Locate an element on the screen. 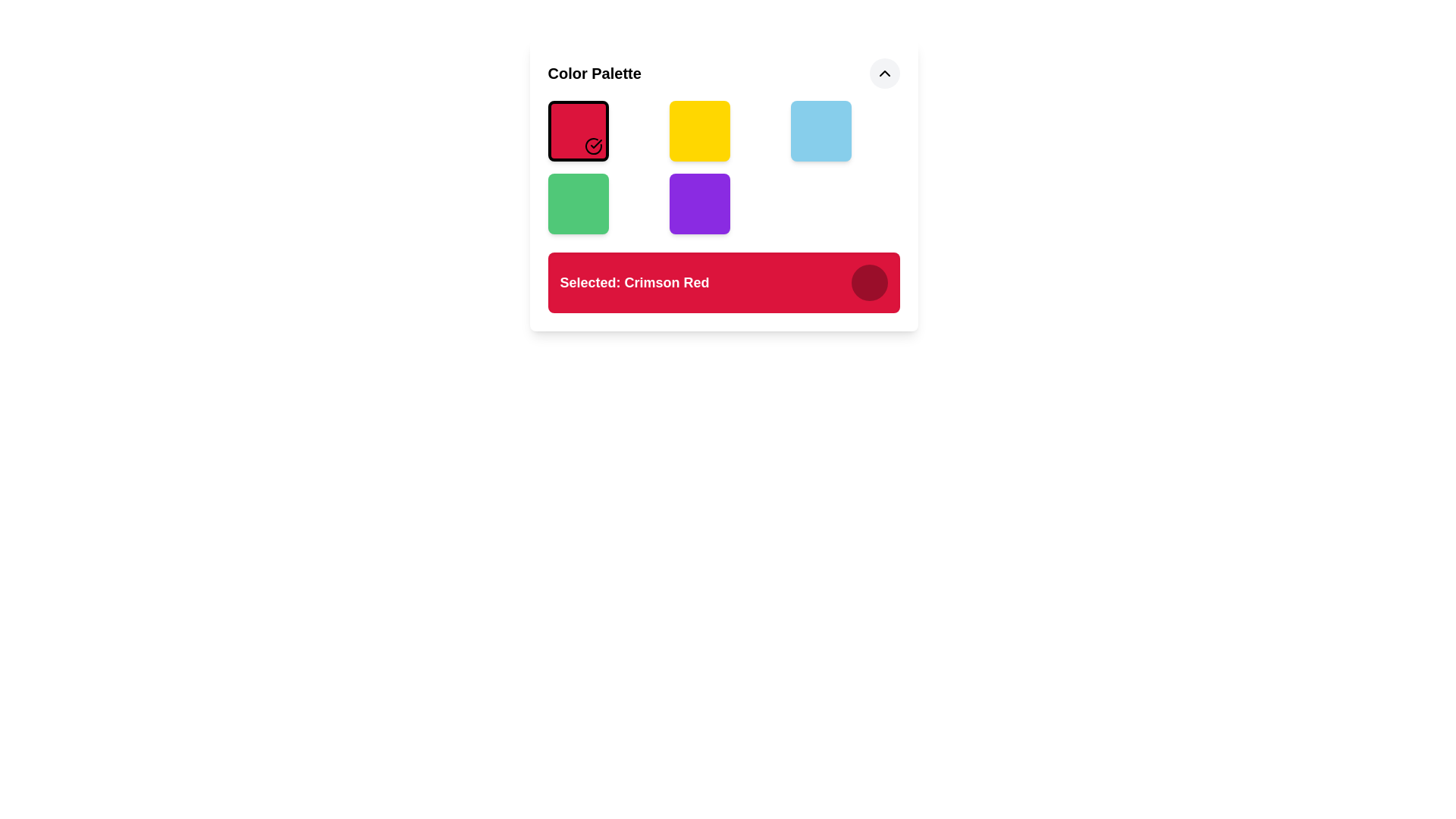 The height and width of the screenshot is (819, 1456). the small checkmark icon located in the bottom-right corner of the red square in the top-left position of the color palette grid is located at coordinates (595, 143).